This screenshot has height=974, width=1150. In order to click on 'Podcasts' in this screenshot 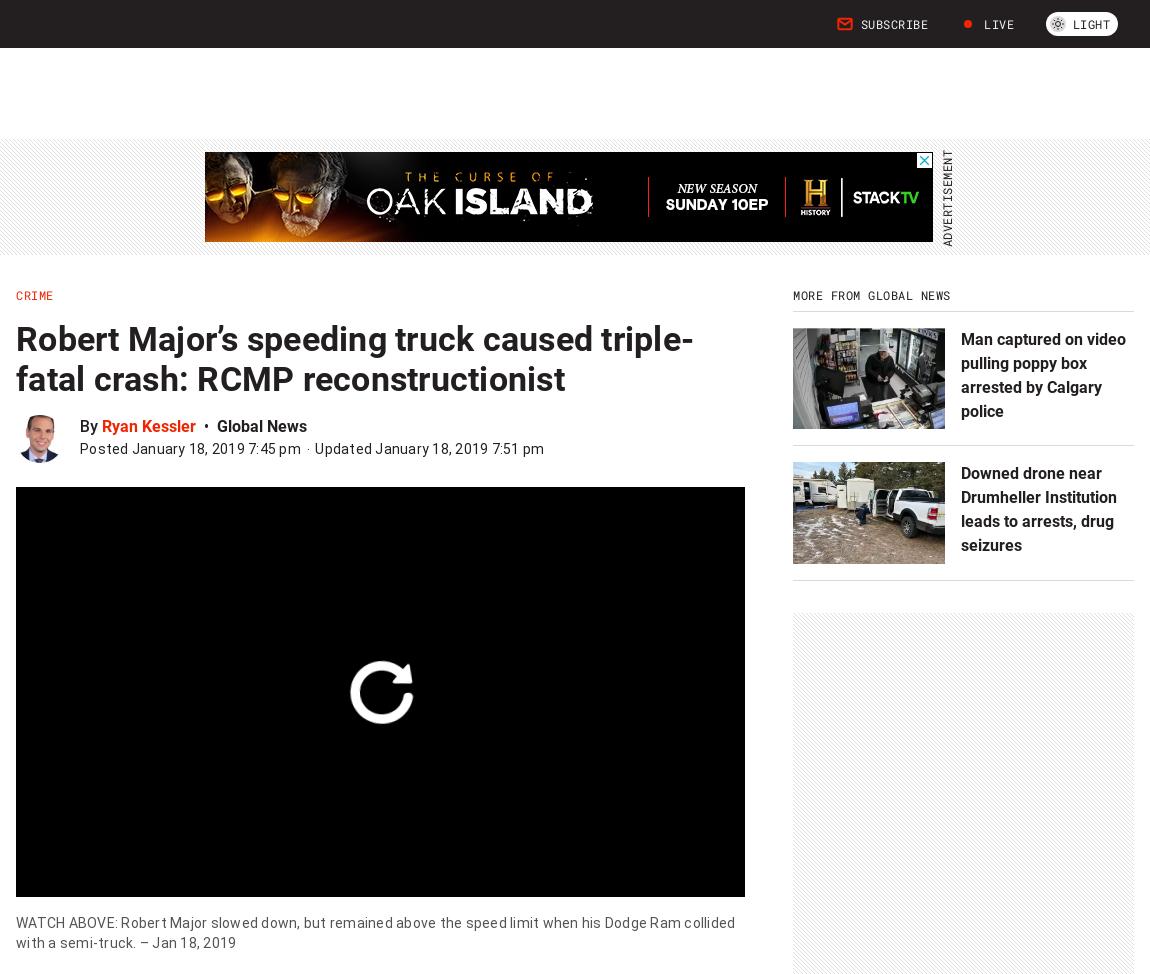, I will do `click(441, 34)`.